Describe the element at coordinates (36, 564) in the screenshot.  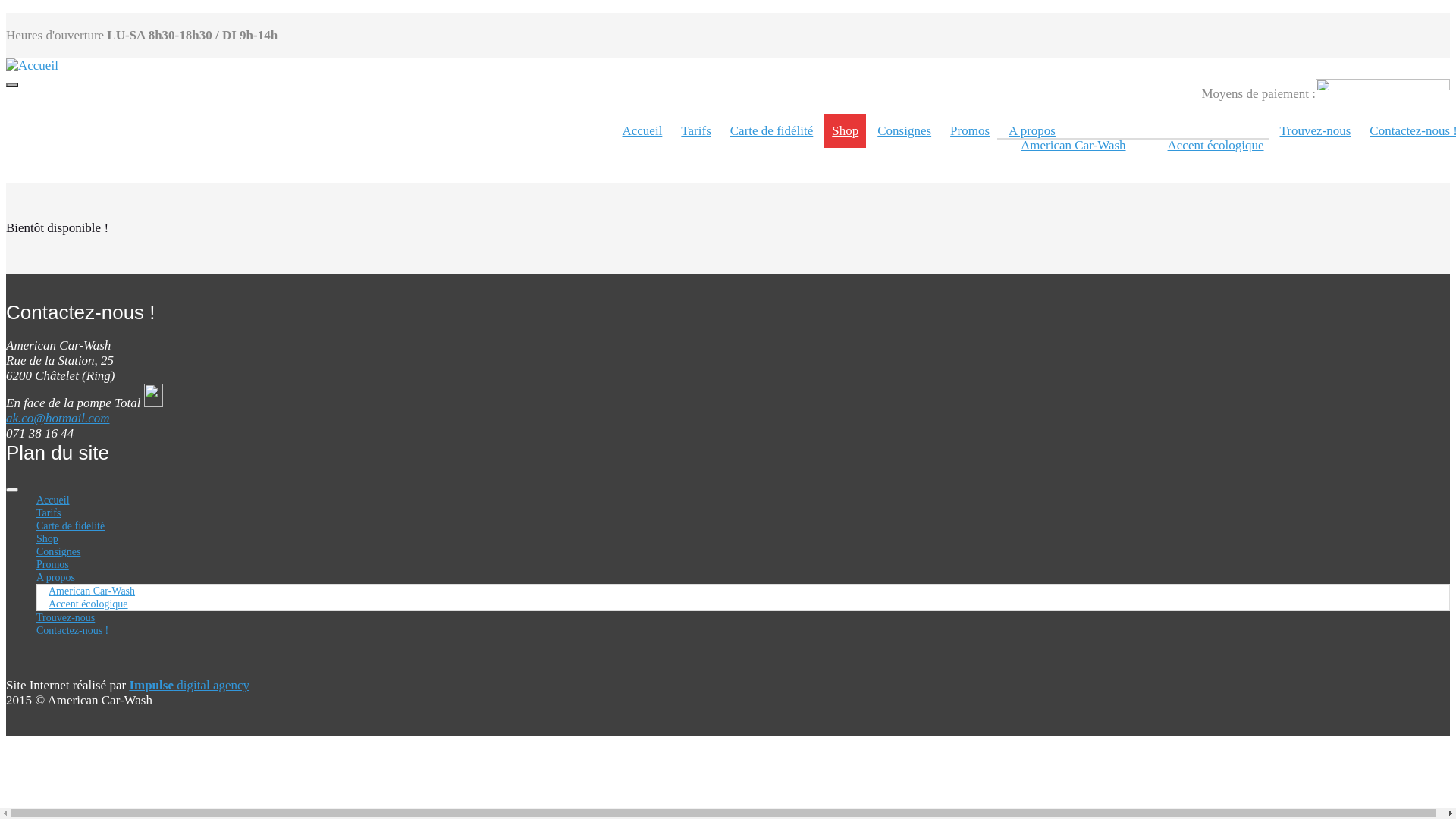
I see `'Promos'` at that location.